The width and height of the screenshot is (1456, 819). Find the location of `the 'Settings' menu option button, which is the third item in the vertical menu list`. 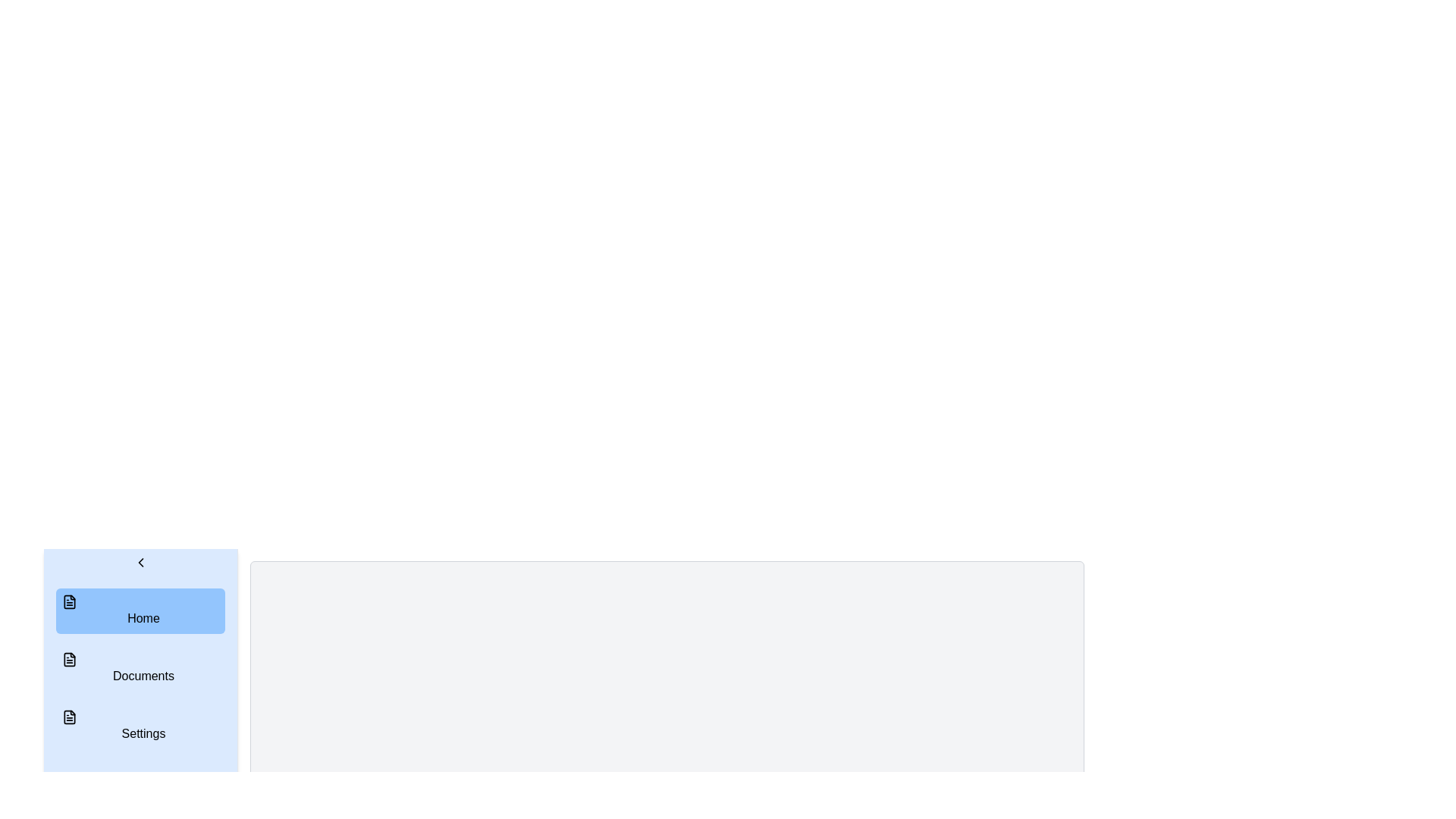

the 'Settings' menu option button, which is the third item in the vertical menu list is located at coordinates (140, 725).